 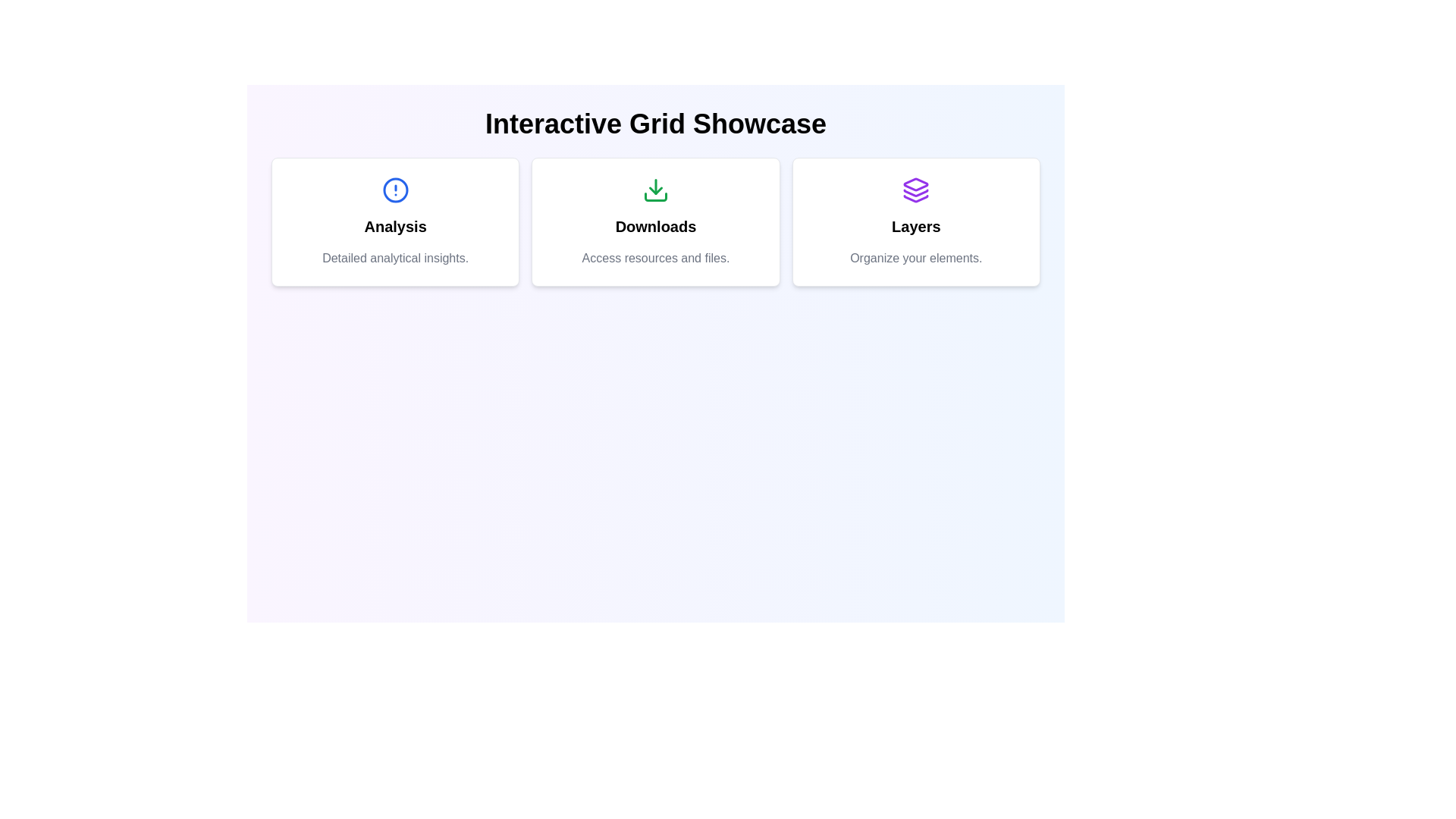 What do you see at coordinates (395, 189) in the screenshot?
I see `the alert icon located at the top center of the 'Analysis' card within the 'Interactive Grid Showcase' section for information` at bounding box center [395, 189].